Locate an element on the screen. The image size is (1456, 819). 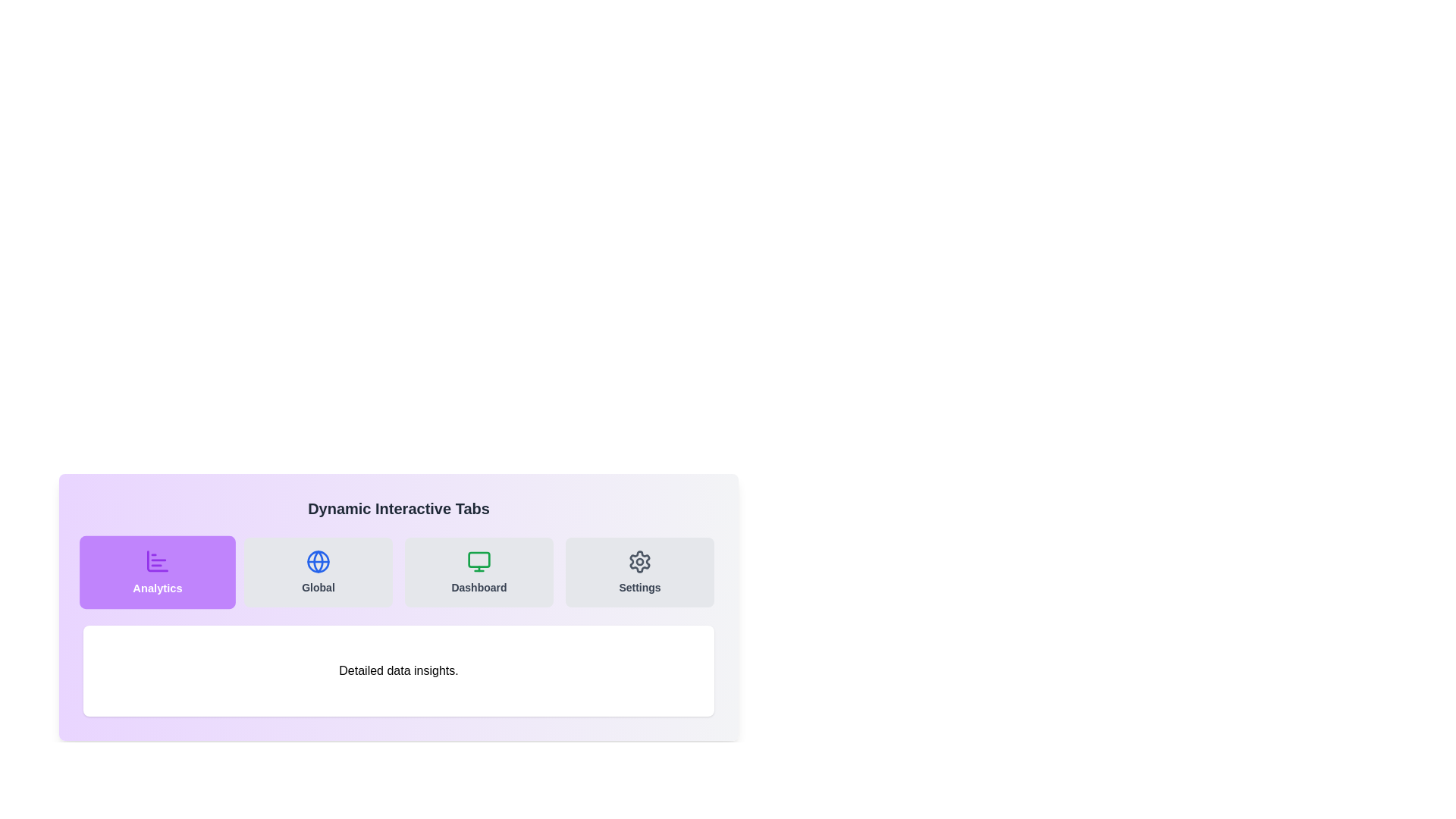
the text box containing 'Detailed data insights.' which is visually styled with a white background, rounded corners, and a shadow effect, located below the options 'Analytics', 'Global', 'Dashboard', and 'Settings' is located at coordinates (399, 670).